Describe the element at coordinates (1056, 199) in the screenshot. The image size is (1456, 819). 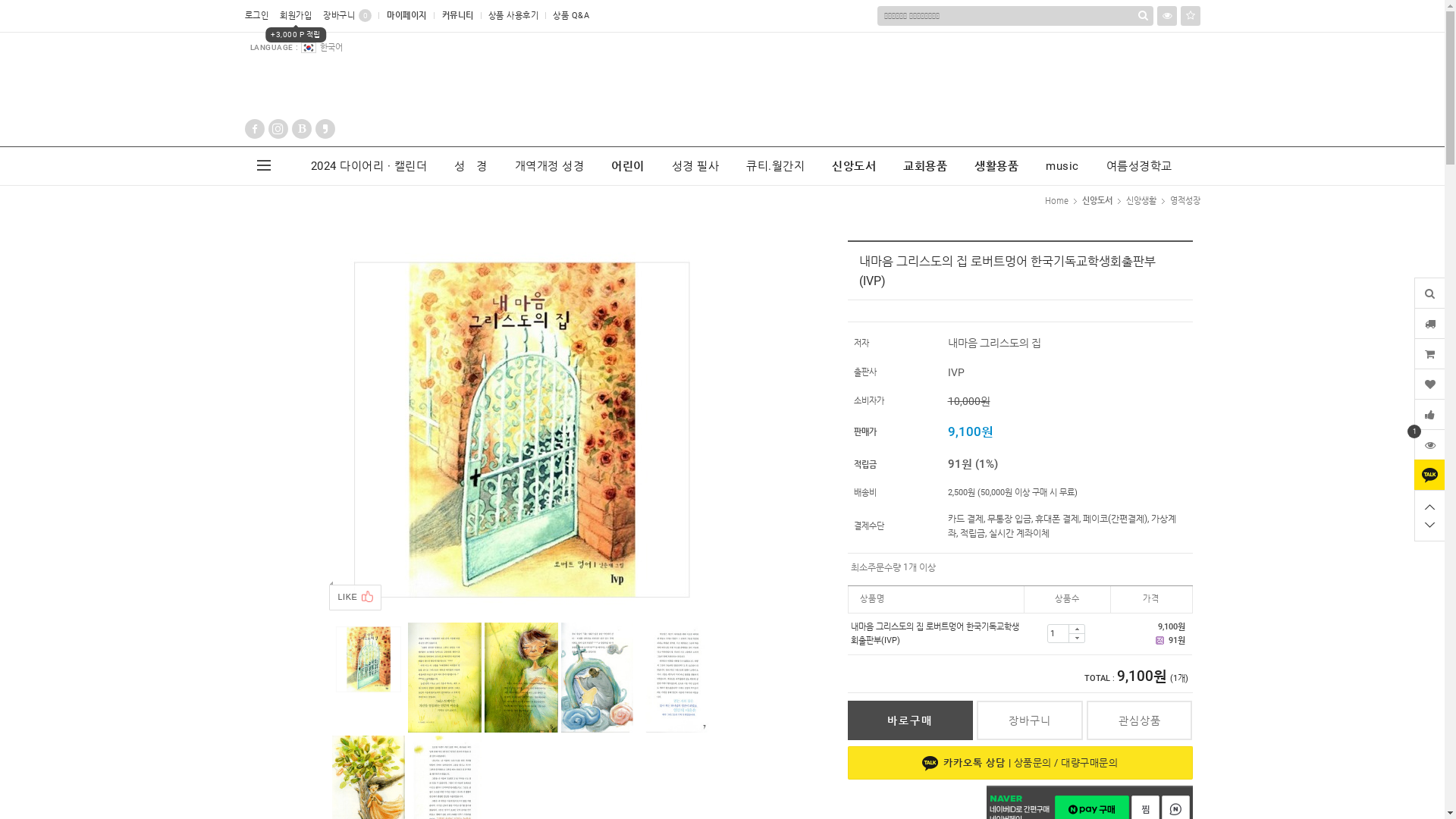
I see `'Home'` at that location.